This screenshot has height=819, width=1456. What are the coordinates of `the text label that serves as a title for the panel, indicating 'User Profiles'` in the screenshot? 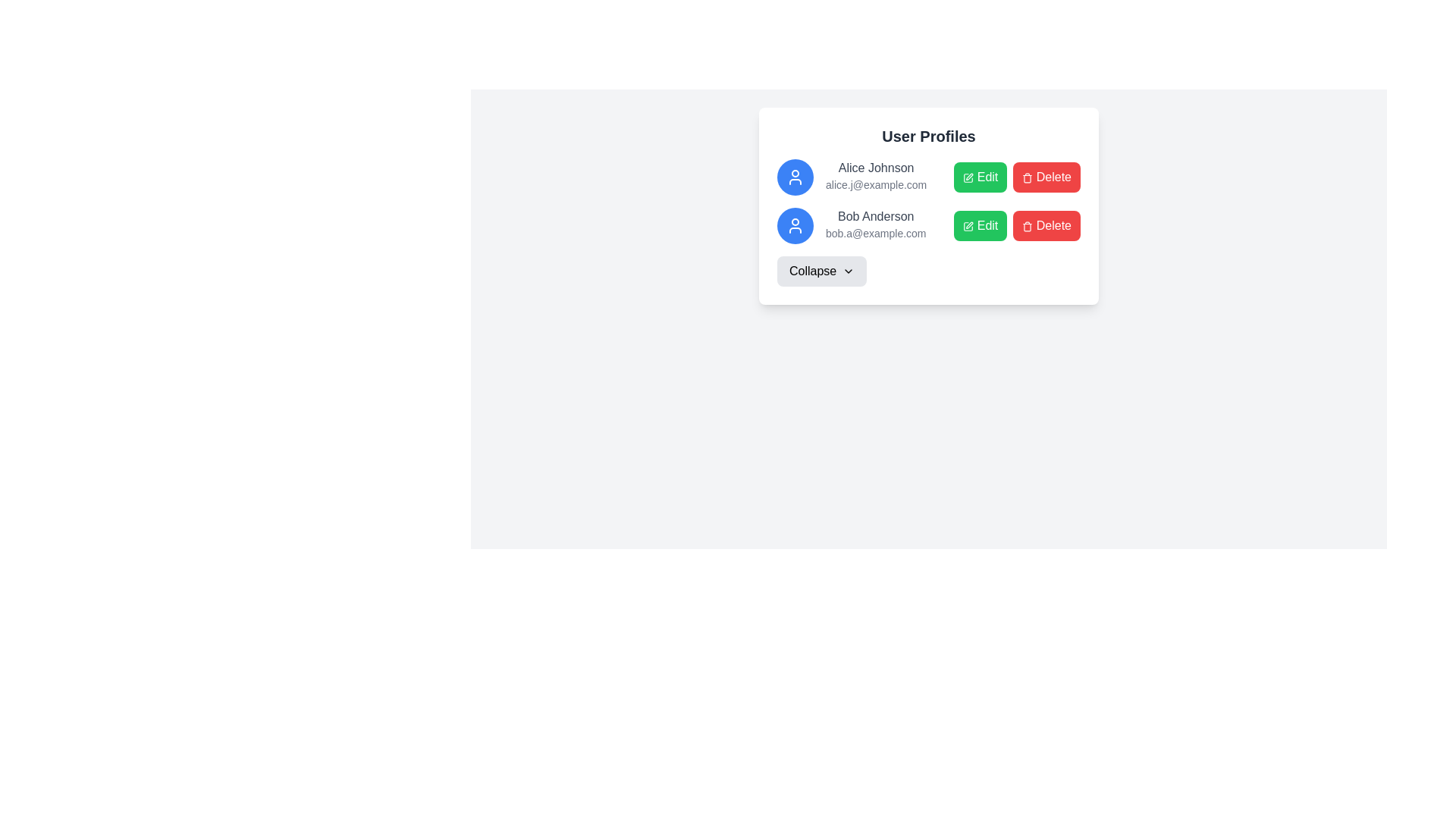 It's located at (927, 136).